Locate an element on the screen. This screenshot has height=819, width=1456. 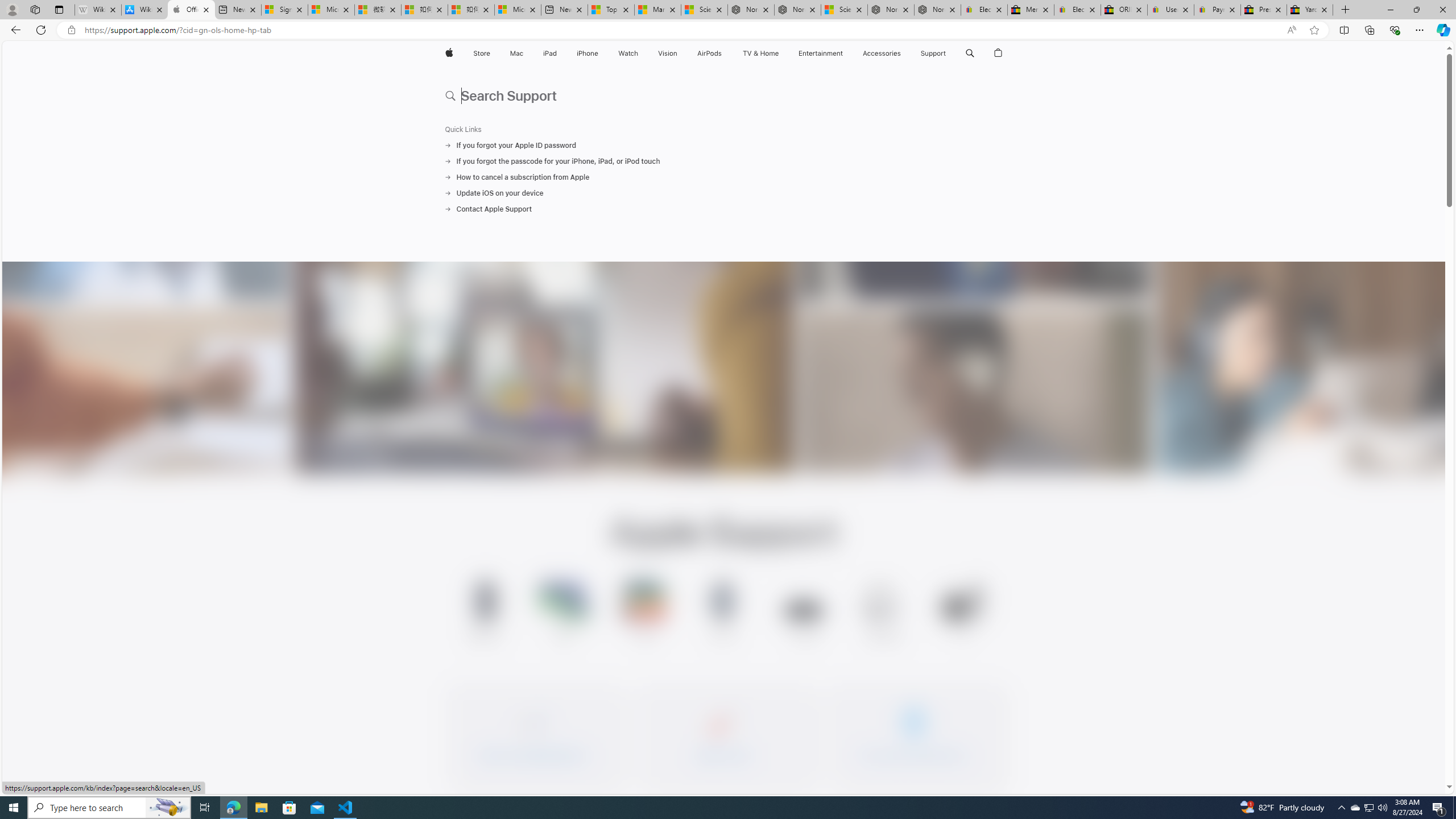
'Accessories menu' is located at coordinates (903, 53).